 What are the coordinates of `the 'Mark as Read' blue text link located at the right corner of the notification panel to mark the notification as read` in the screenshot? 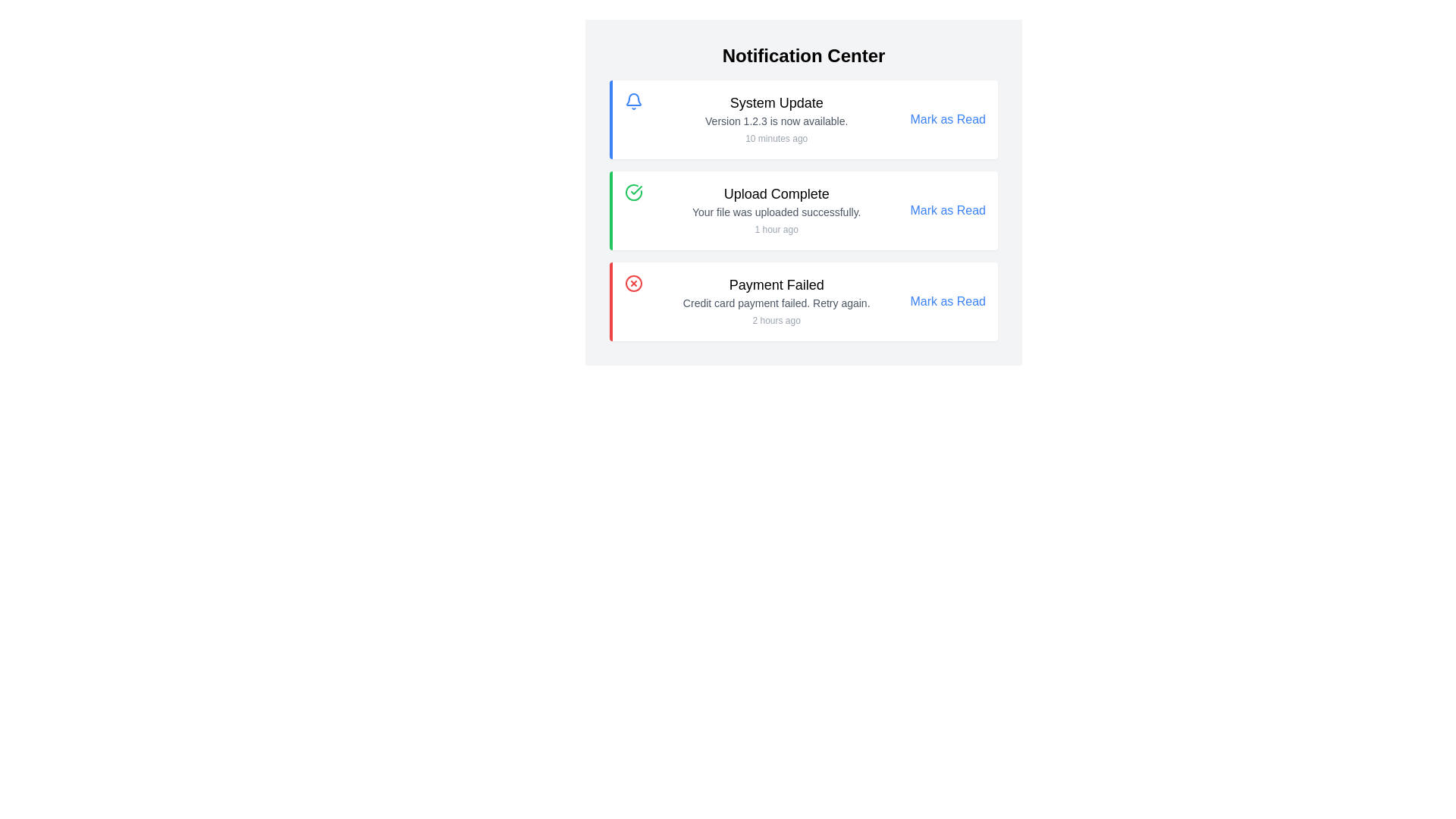 It's located at (946, 210).